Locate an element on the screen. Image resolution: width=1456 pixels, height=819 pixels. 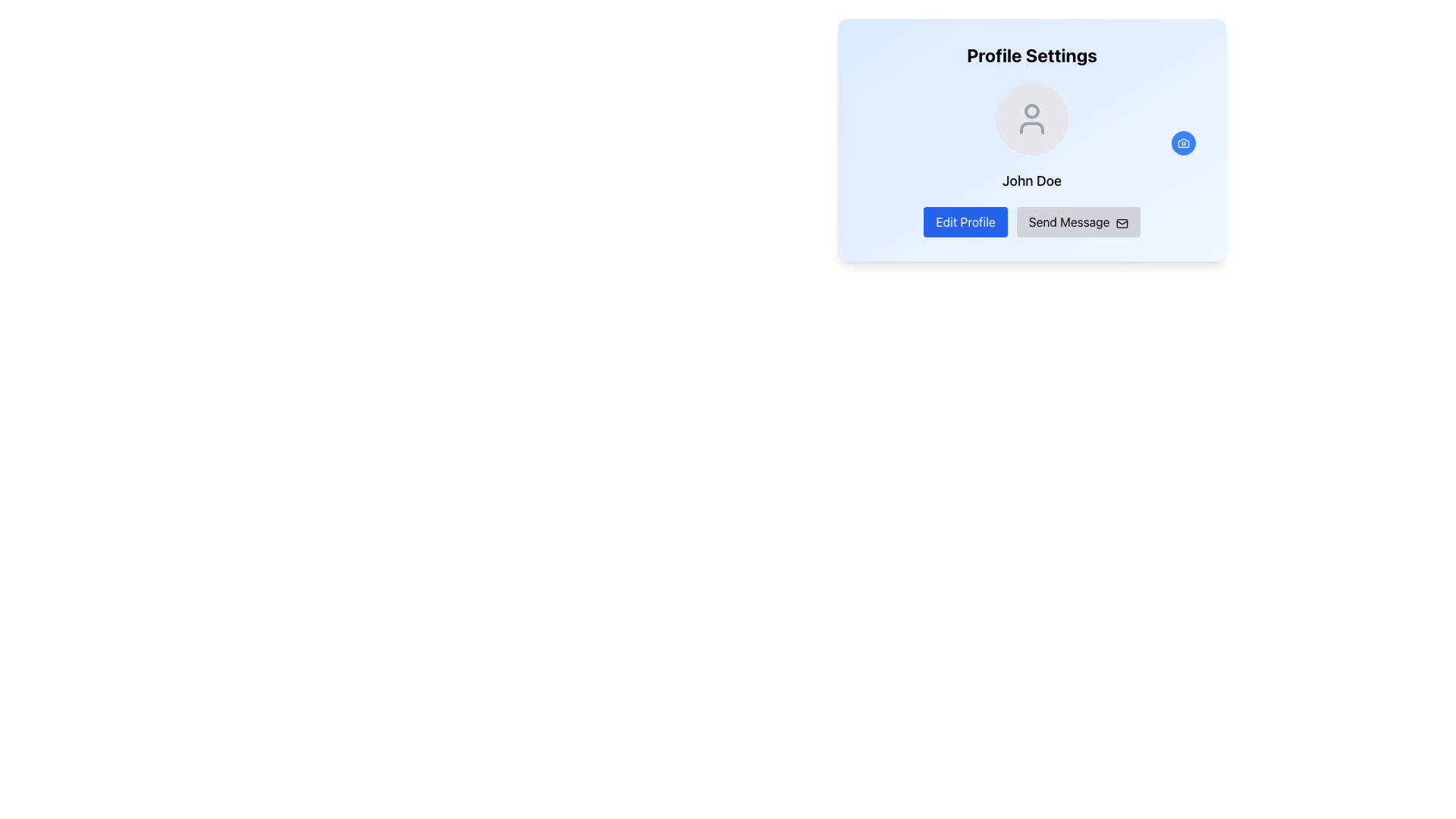
the 'Send Message' button, which has rounded corners, a light gray background that changes to darker gray on hover, and includes an envelope icon on the right side of the text is located at coordinates (1078, 222).